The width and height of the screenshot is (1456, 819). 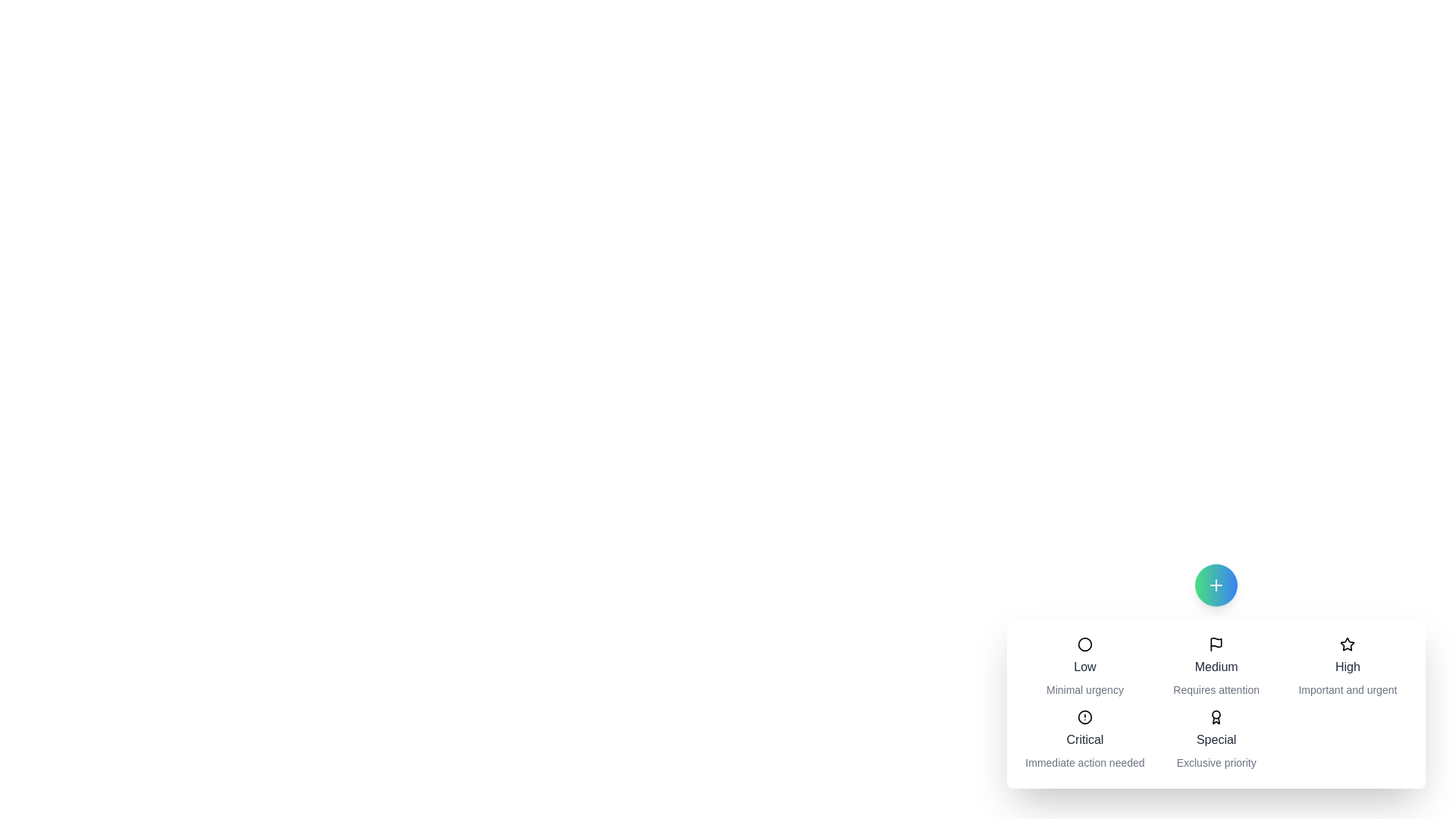 What do you see at coordinates (1348, 666) in the screenshot?
I see `the priority option High from the menu` at bounding box center [1348, 666].